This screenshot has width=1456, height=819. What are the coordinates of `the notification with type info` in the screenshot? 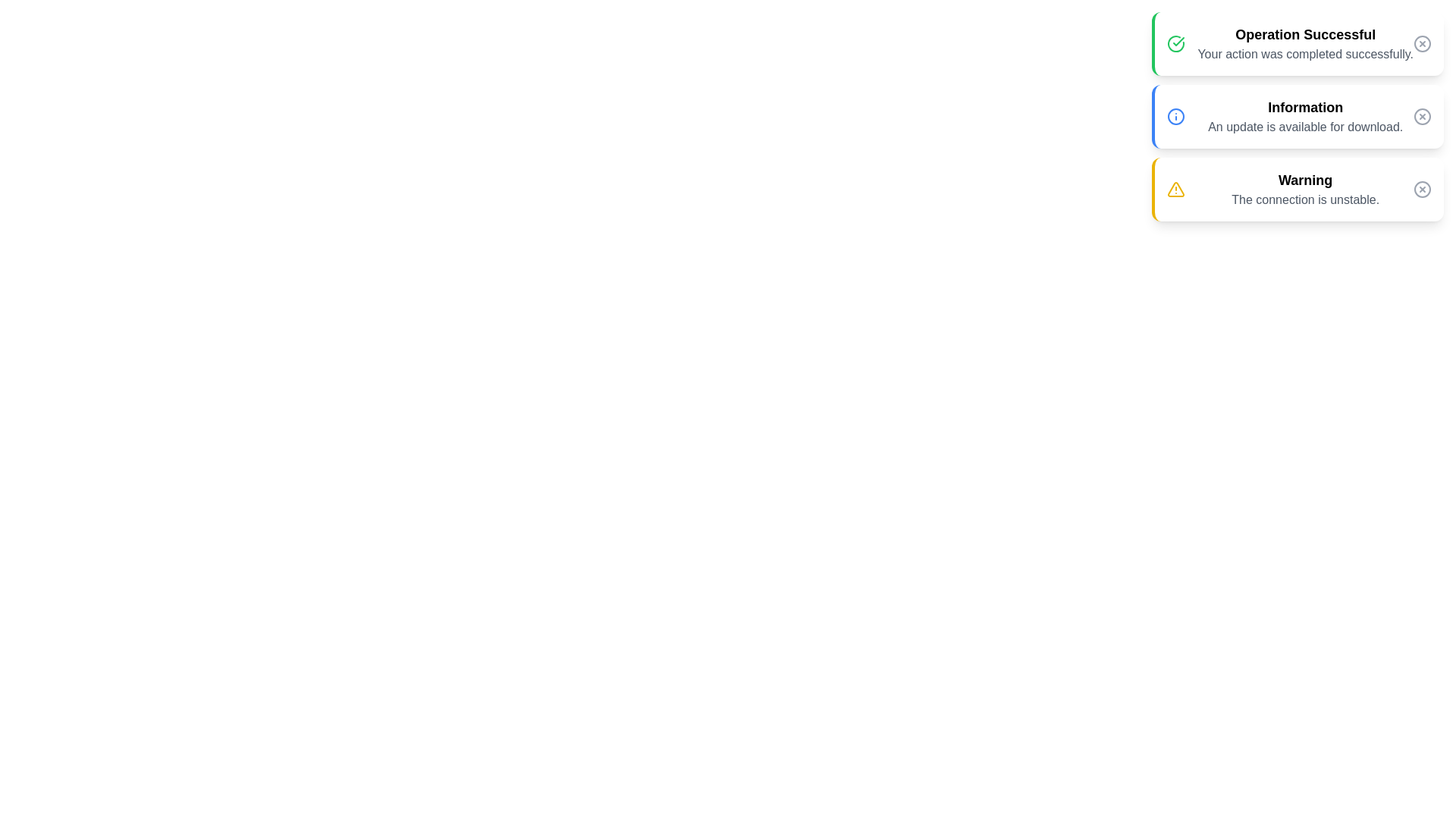 It's located at (1296, 116).